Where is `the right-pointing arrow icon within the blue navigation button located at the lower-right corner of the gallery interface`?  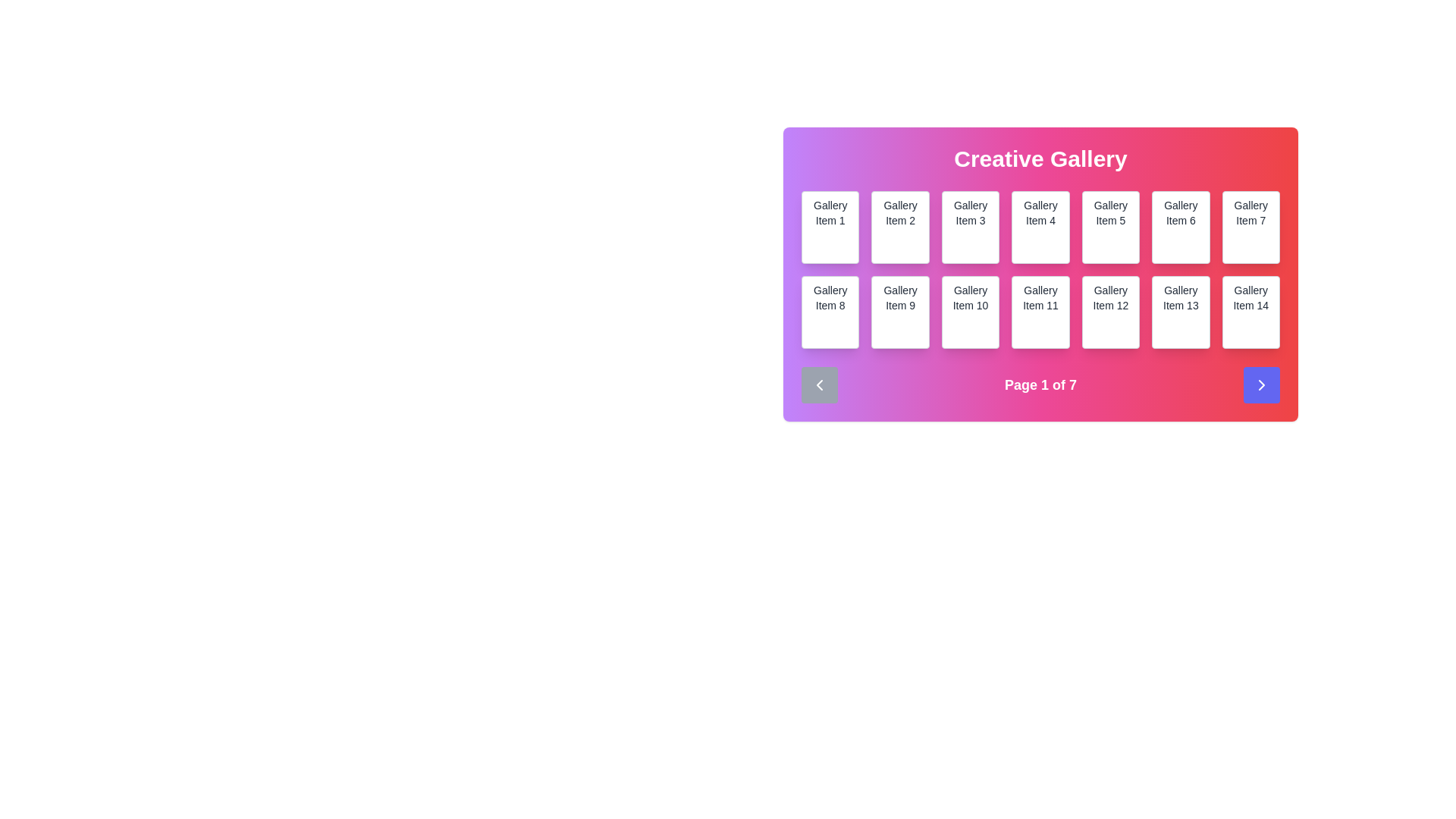
the right-pointing arrow icon within the blue navigation button located at the lower-right corner of the gallery interface is located at coordinates (1262, 384).